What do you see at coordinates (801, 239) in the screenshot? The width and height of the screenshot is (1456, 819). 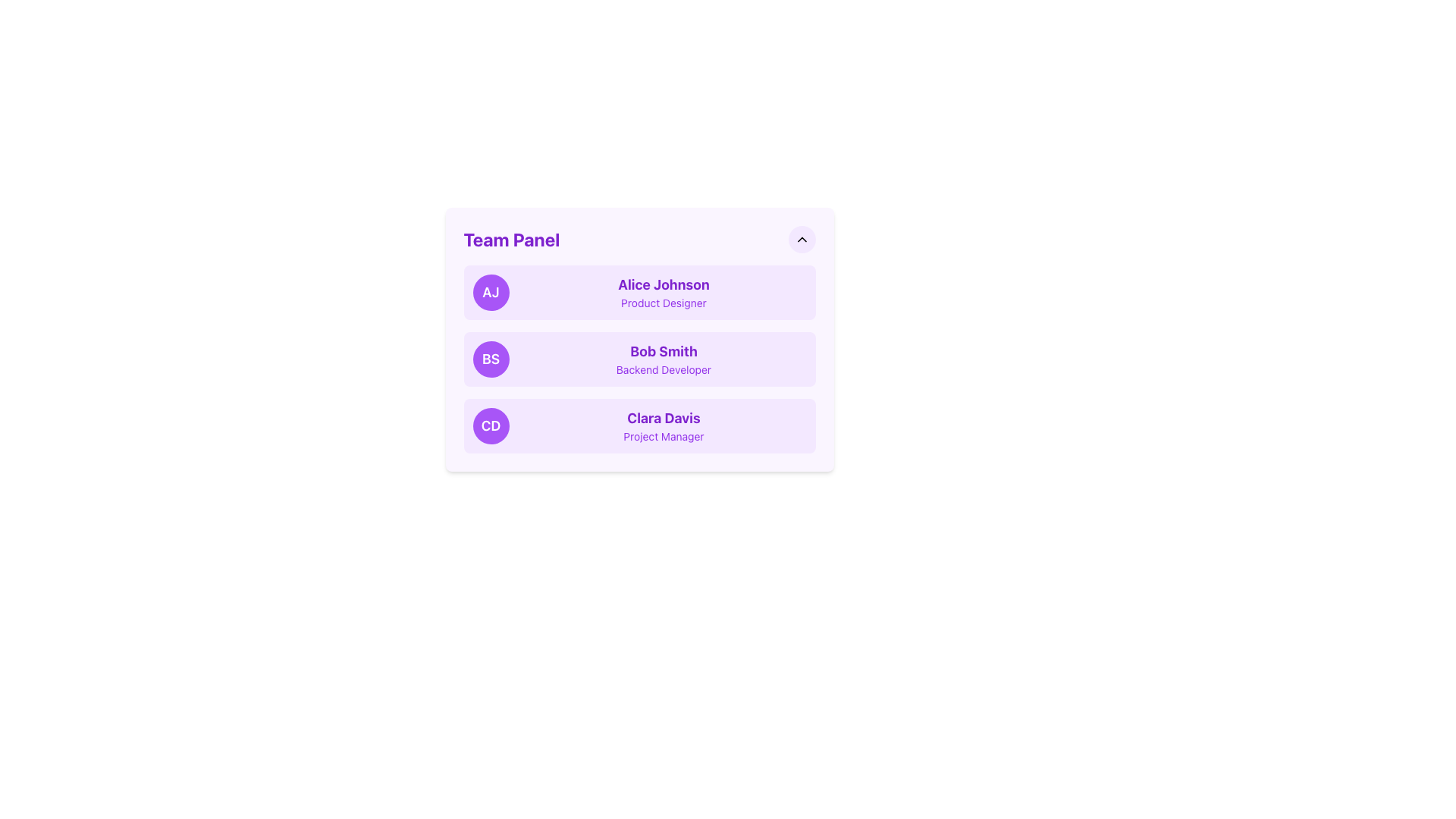 I see `the button with an upward arrow located in the top-right corner of the 'Team Panel'` at bounding box center [801, 239].